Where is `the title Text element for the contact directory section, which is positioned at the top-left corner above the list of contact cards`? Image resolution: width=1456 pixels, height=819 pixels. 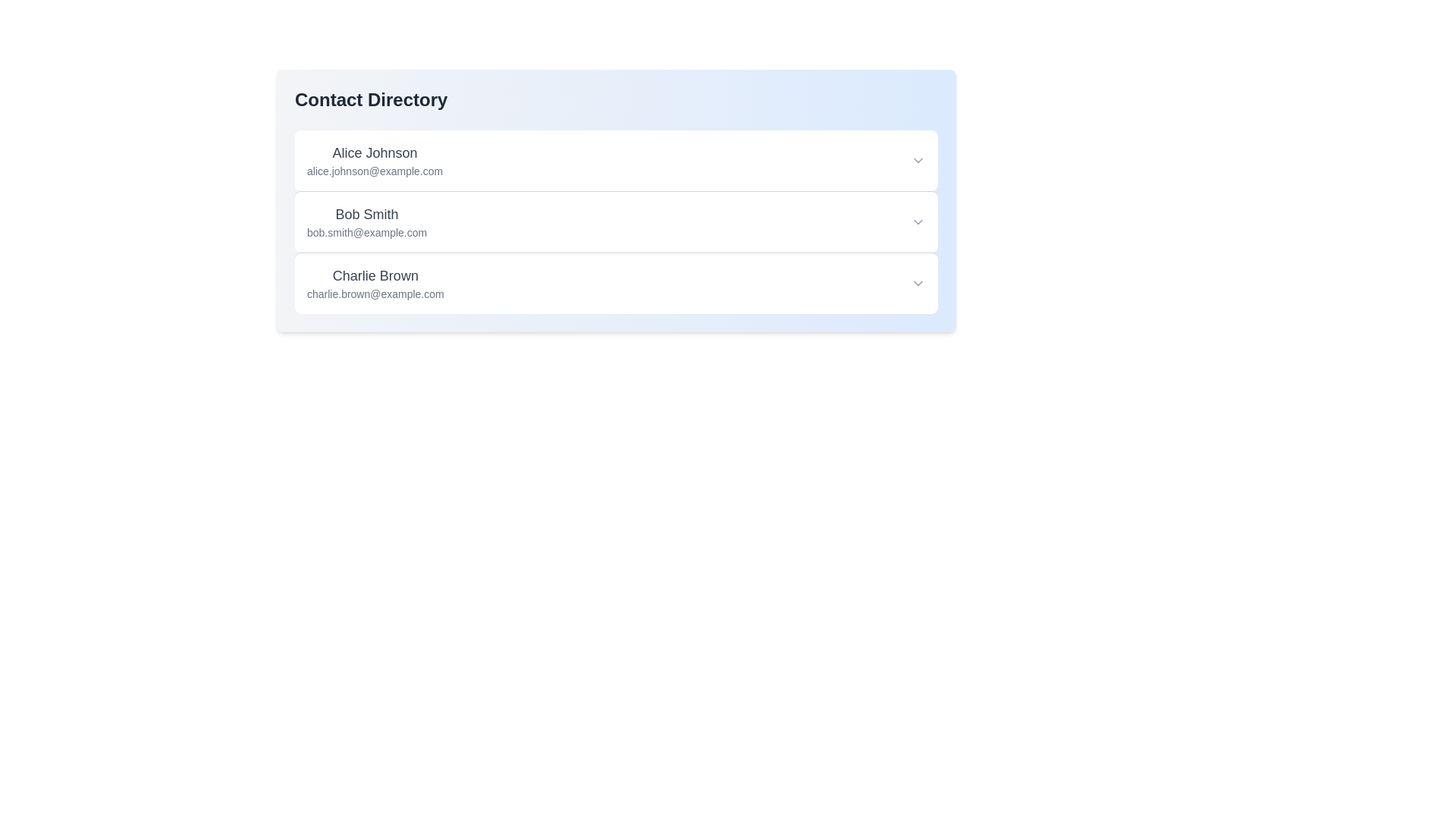
the title Text element for the contact directory section, which is positioned at the top-left corner above the list of contact cards is located at coordinates (371, 99).